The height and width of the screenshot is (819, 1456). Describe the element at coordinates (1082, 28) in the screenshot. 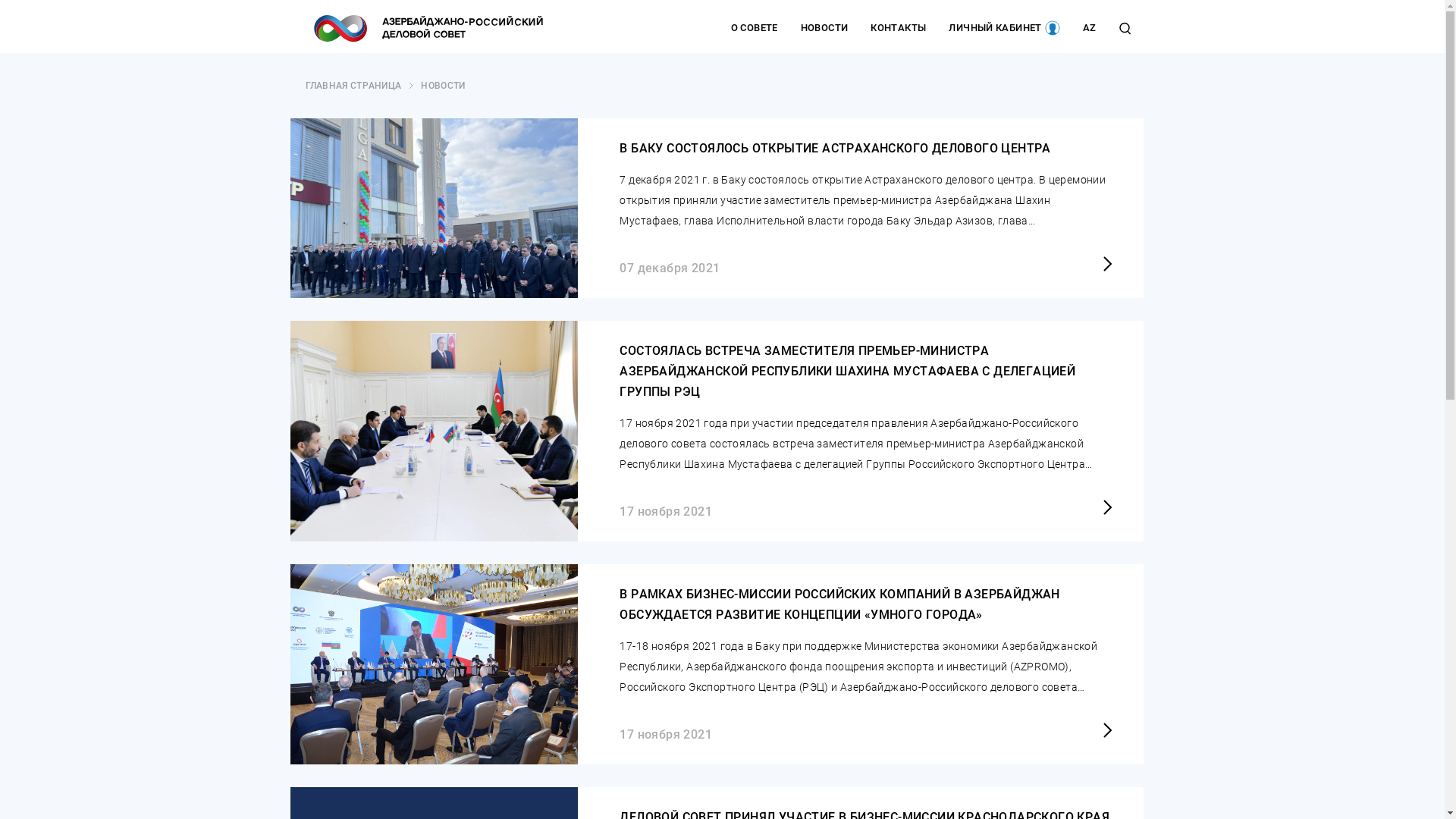

I see `'AZ'` at that location.